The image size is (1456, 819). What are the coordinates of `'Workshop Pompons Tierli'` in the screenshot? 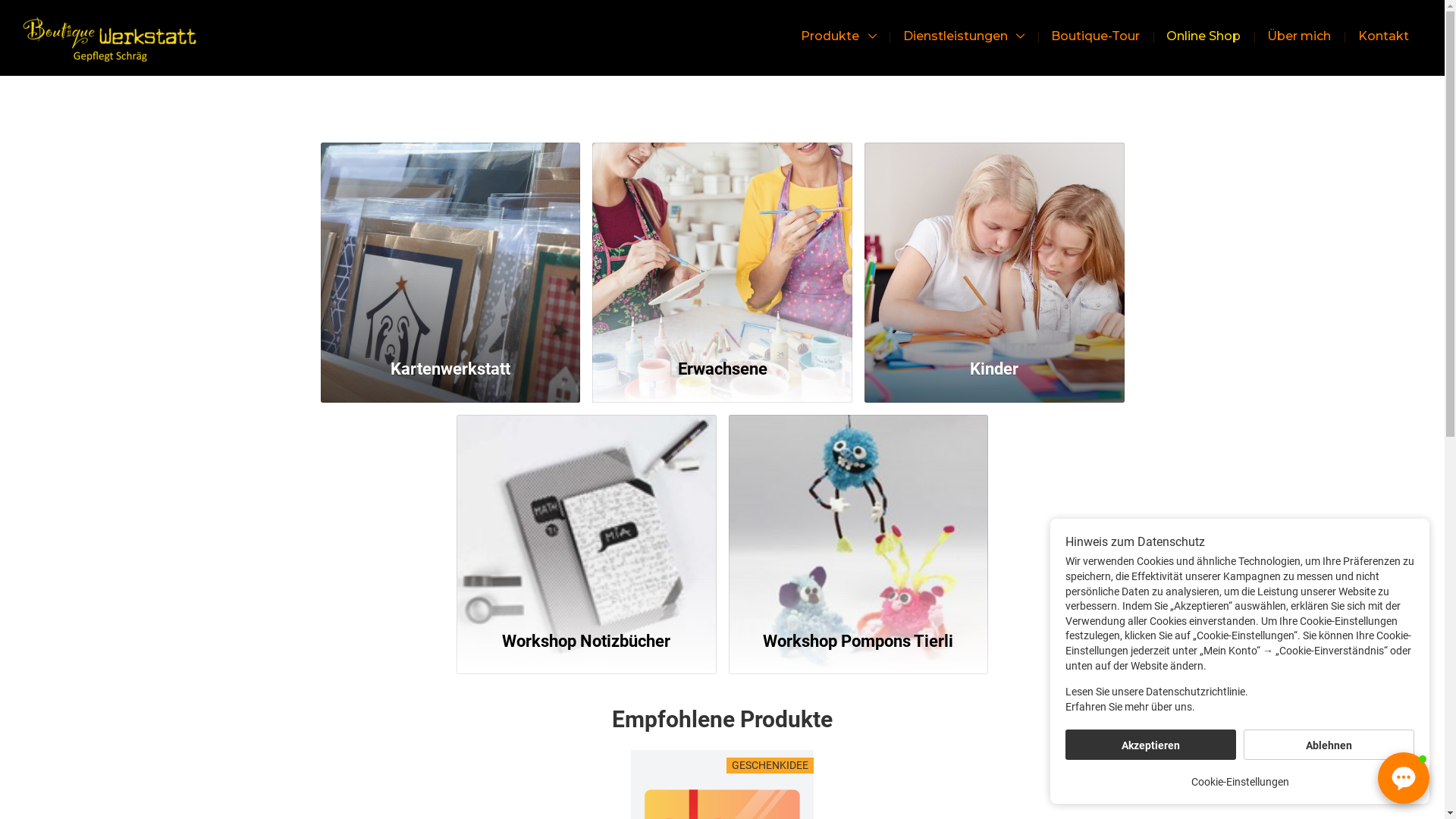 It's located at (858, 513).